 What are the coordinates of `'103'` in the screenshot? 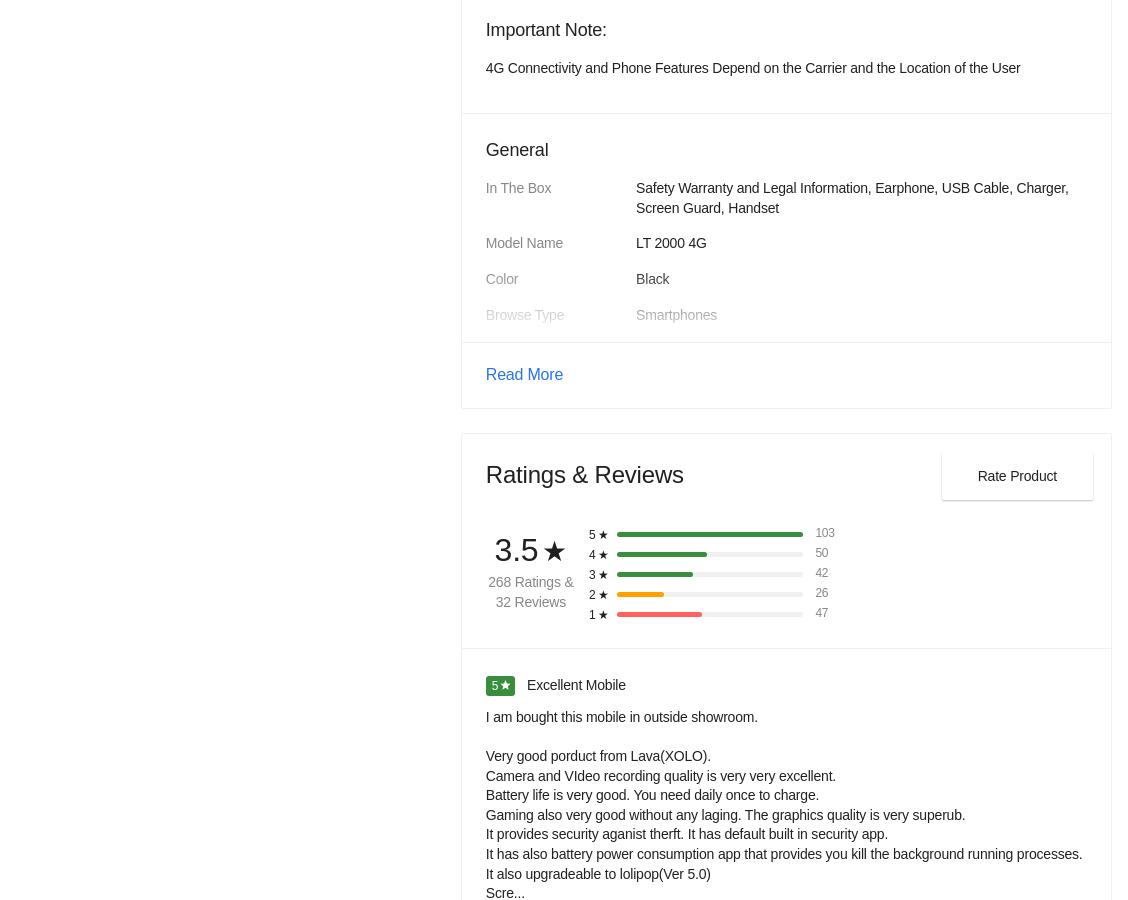 It's located at (814, 531).